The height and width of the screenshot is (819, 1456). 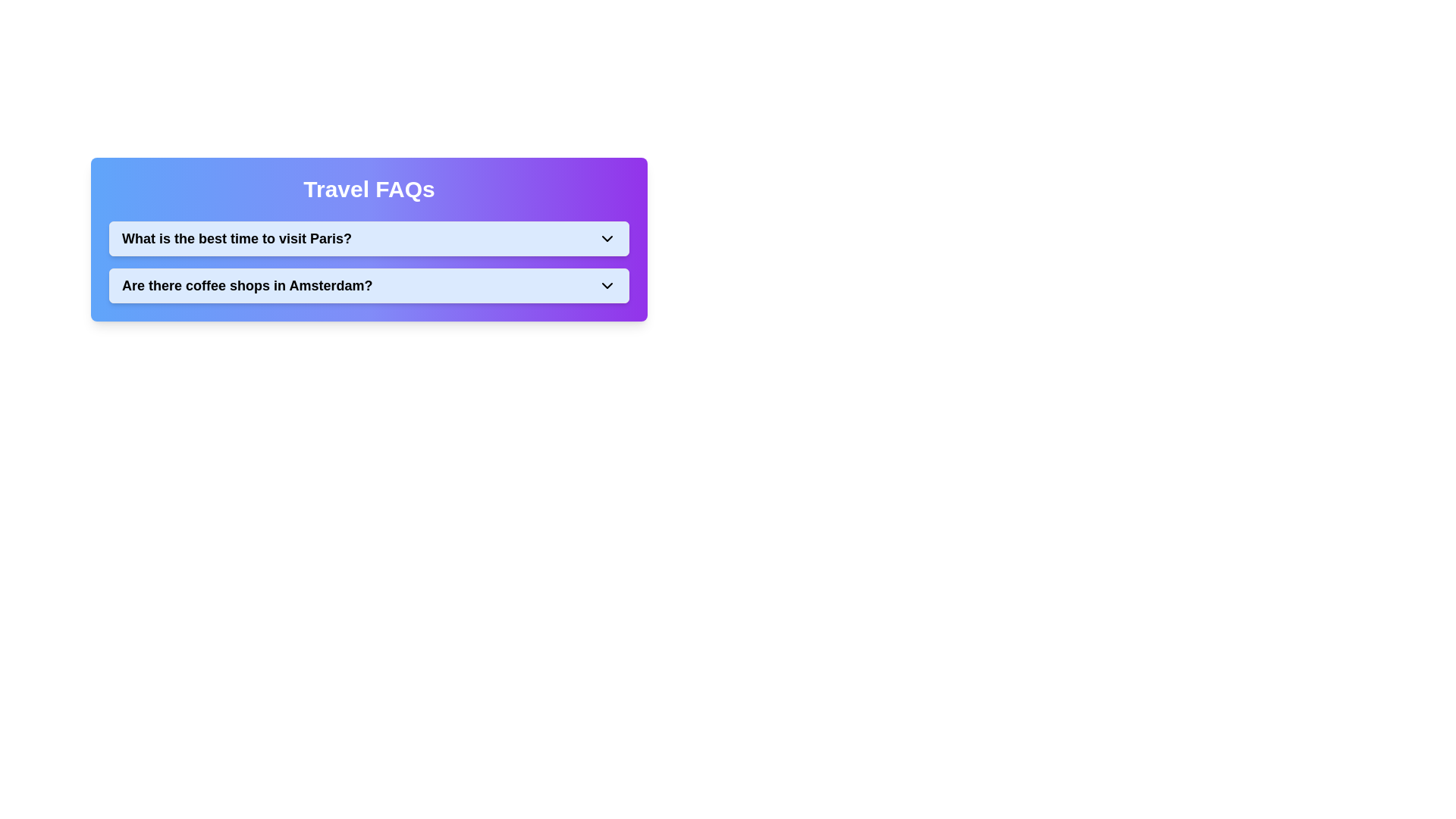 What do you see at coordinates (369, 239) in the screenshot?
I see `the first FAQ dropdown item titled 'What is the best time to visit Paris?' under 'Travel FAQs'` at bounding box center [369, 239].